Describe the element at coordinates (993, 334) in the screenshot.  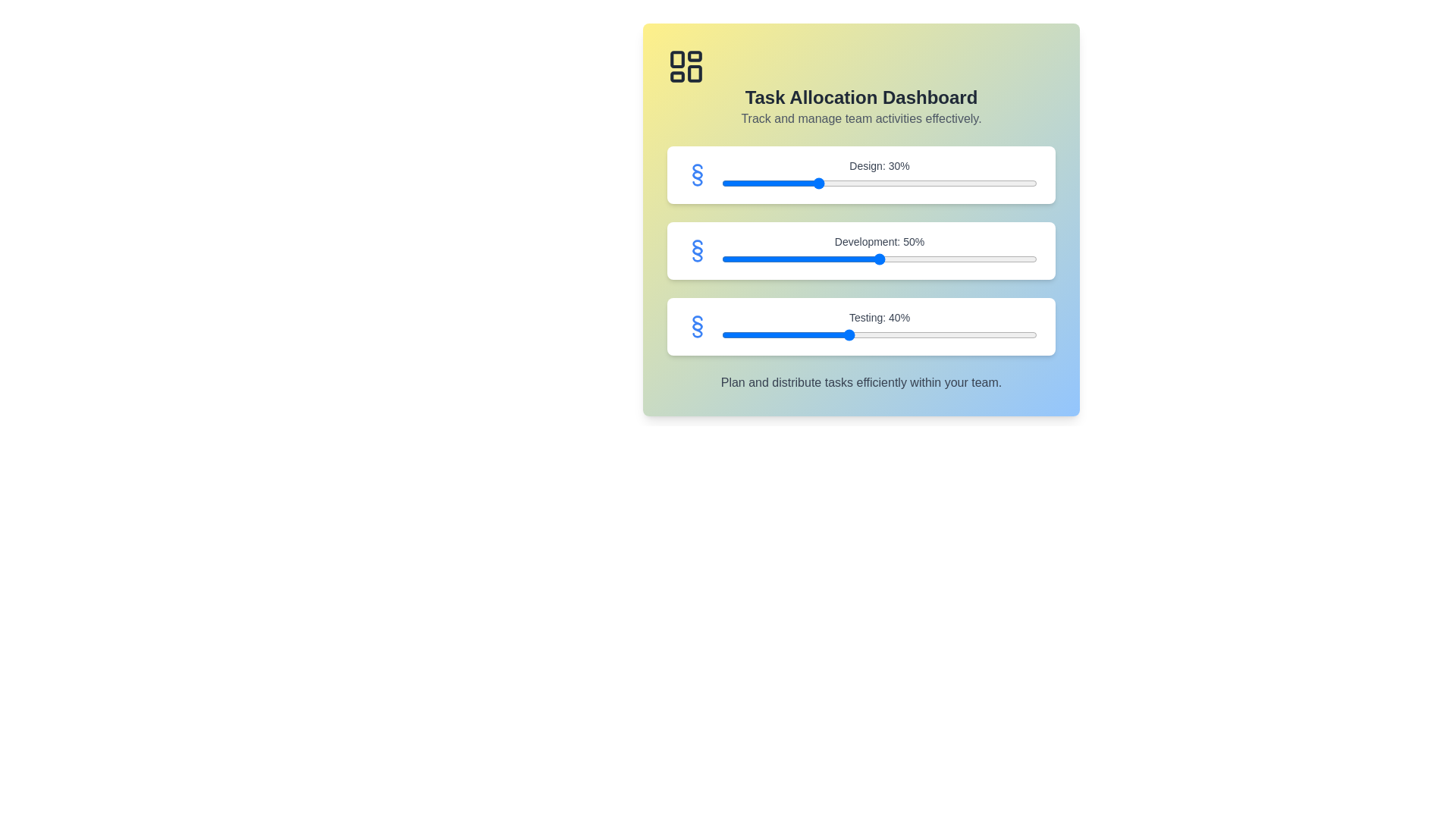
I see `the 'Testing' slider to 86%` at that location.